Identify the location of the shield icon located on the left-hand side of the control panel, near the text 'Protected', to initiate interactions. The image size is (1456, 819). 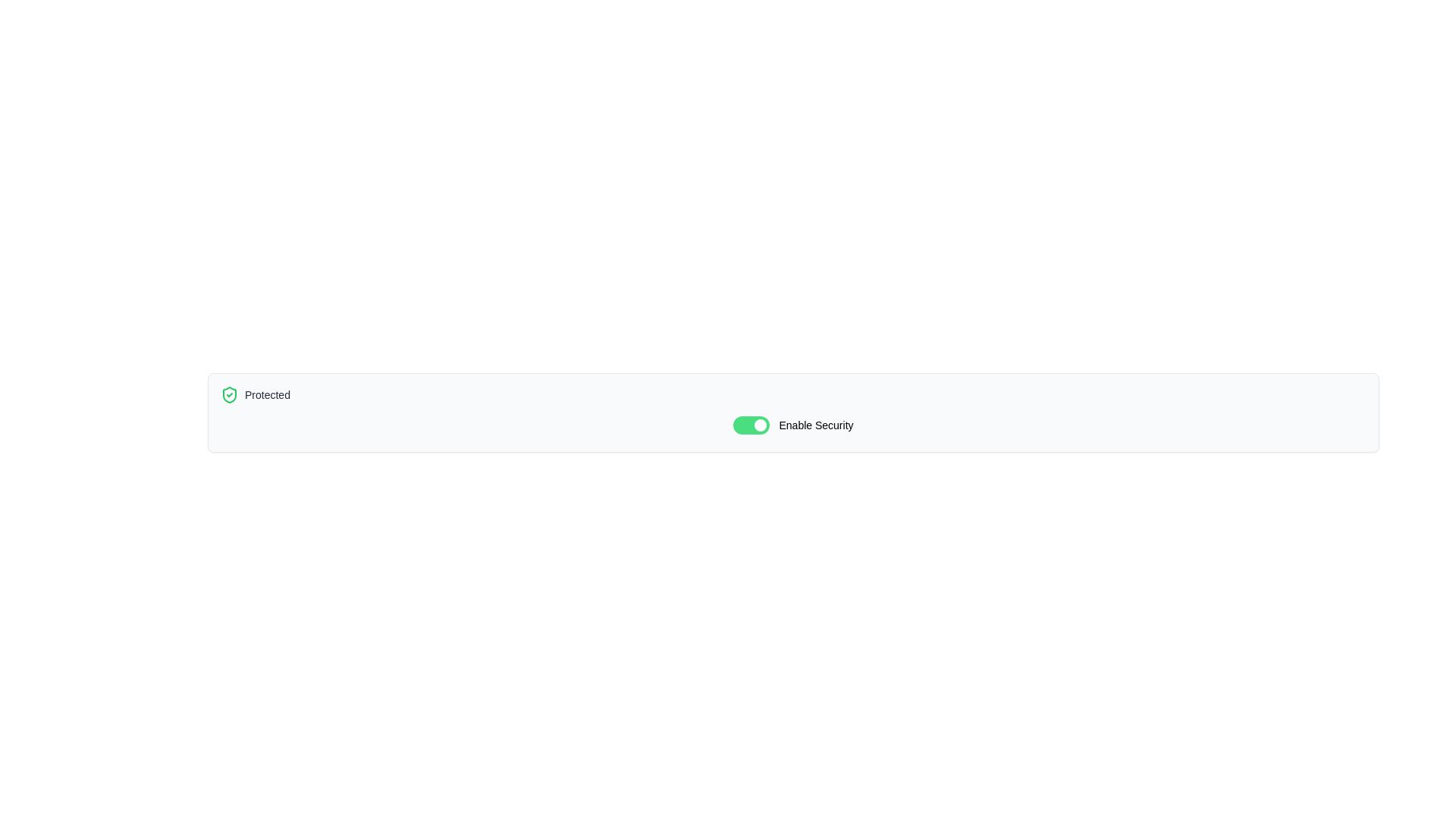
(228, 394).